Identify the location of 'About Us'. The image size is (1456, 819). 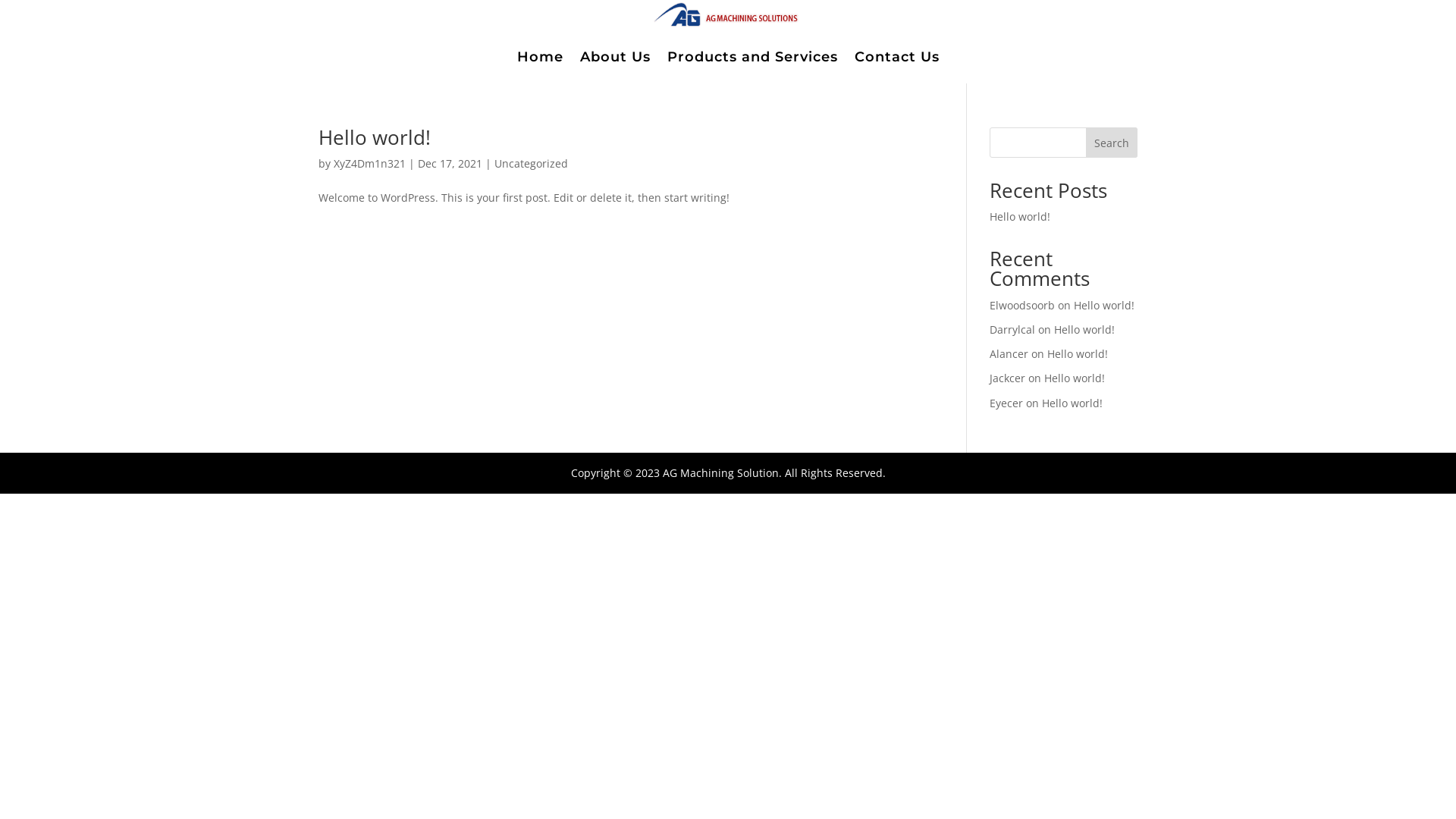
(614, 55).